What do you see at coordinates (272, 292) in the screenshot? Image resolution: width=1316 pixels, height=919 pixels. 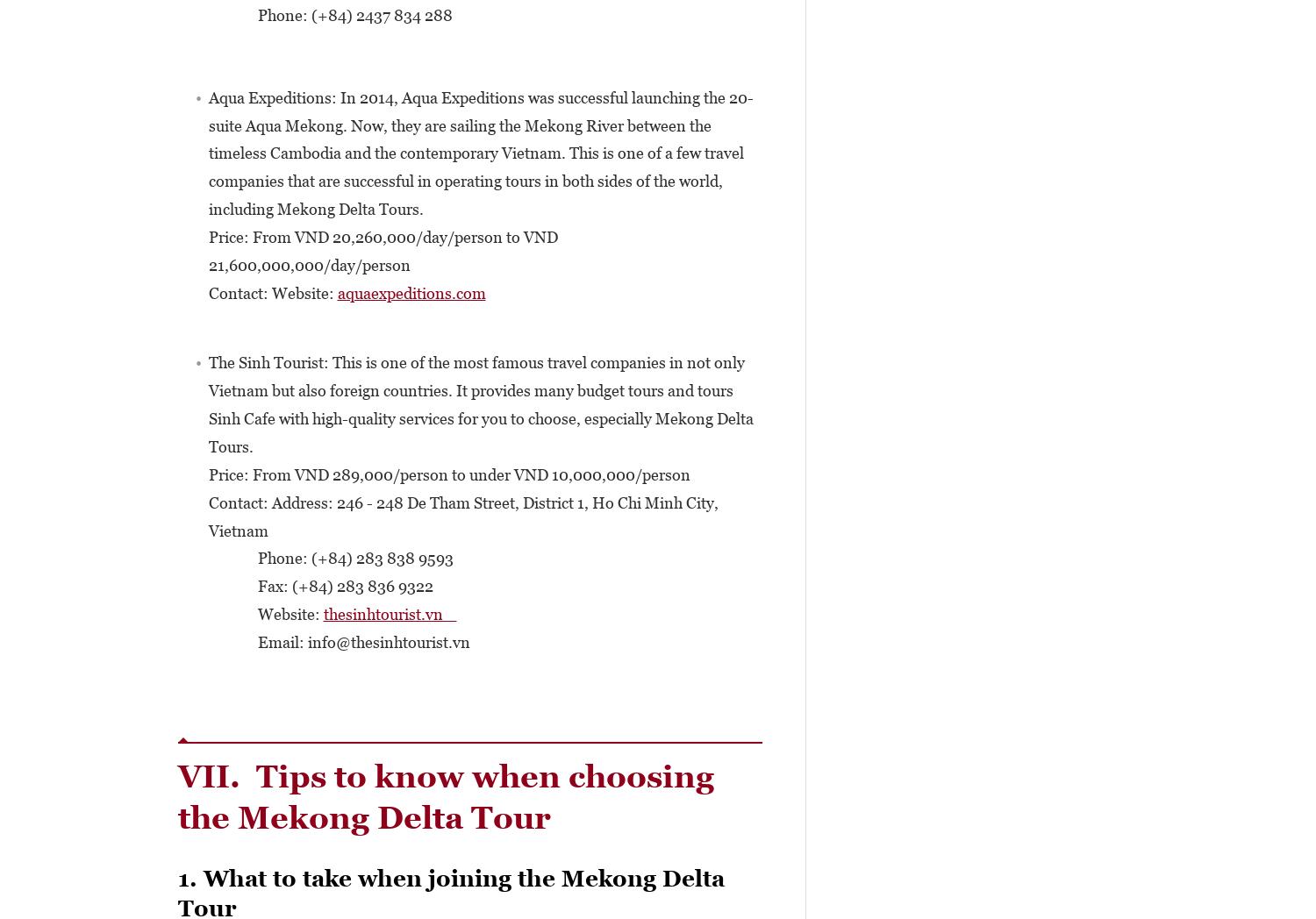 I see `'Contact: Website:'` at bounding box center [272, 292].